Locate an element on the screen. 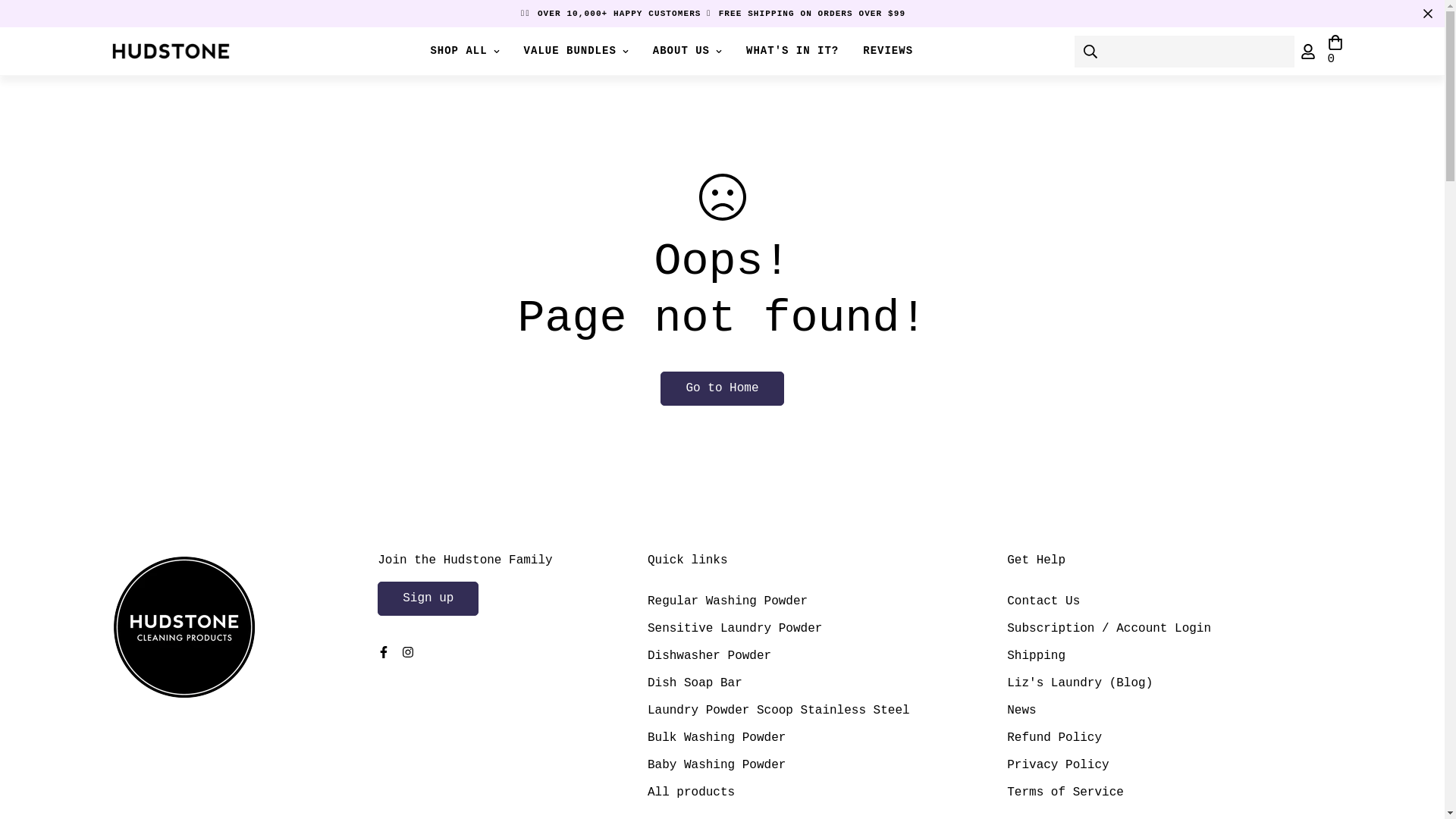  'Bulk Washing Powder' is located at coordinates (716, 736).